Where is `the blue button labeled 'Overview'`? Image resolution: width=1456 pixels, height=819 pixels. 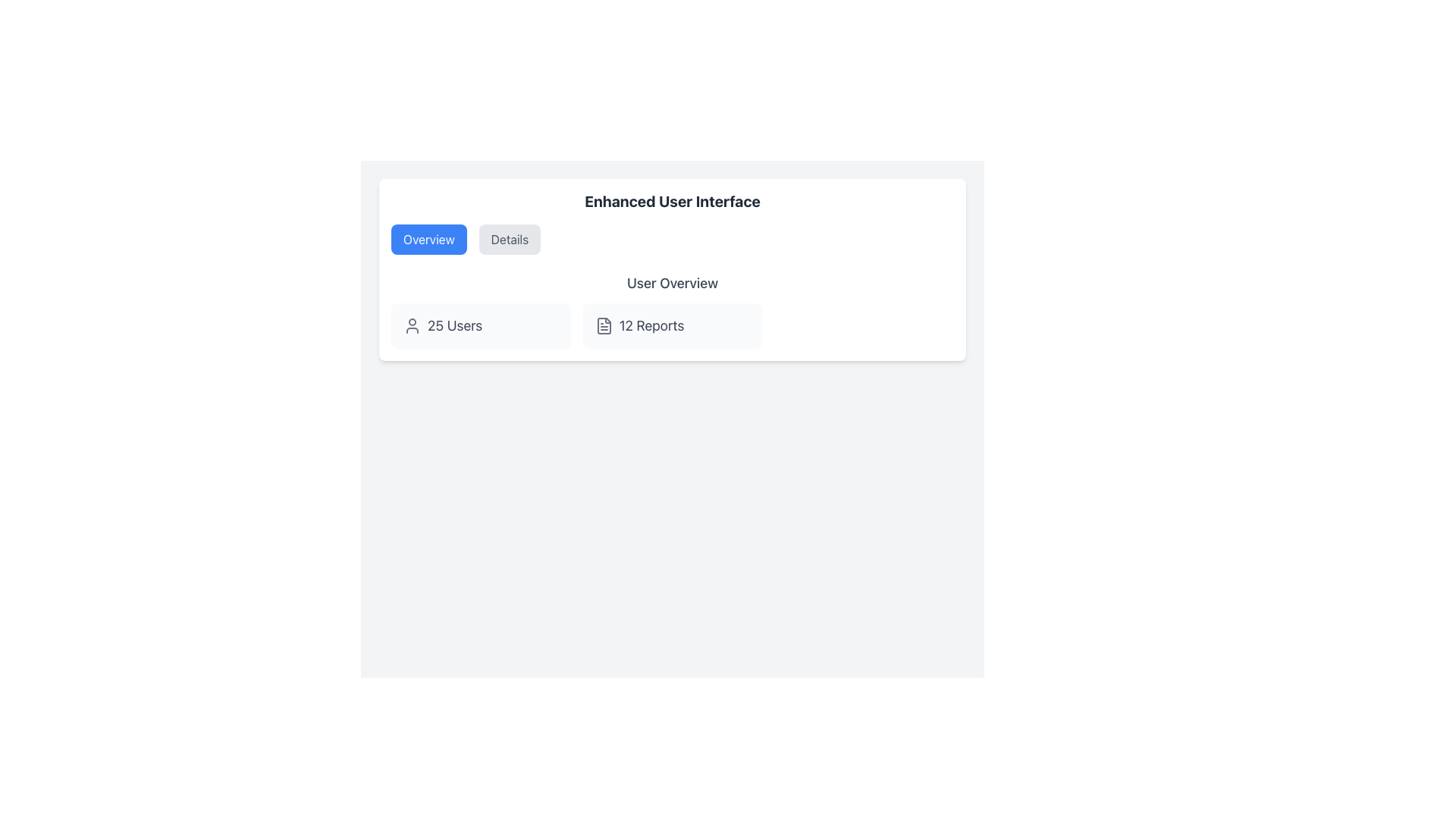 the blue button labeled 'Overview' is located at coordinates (428, 239).